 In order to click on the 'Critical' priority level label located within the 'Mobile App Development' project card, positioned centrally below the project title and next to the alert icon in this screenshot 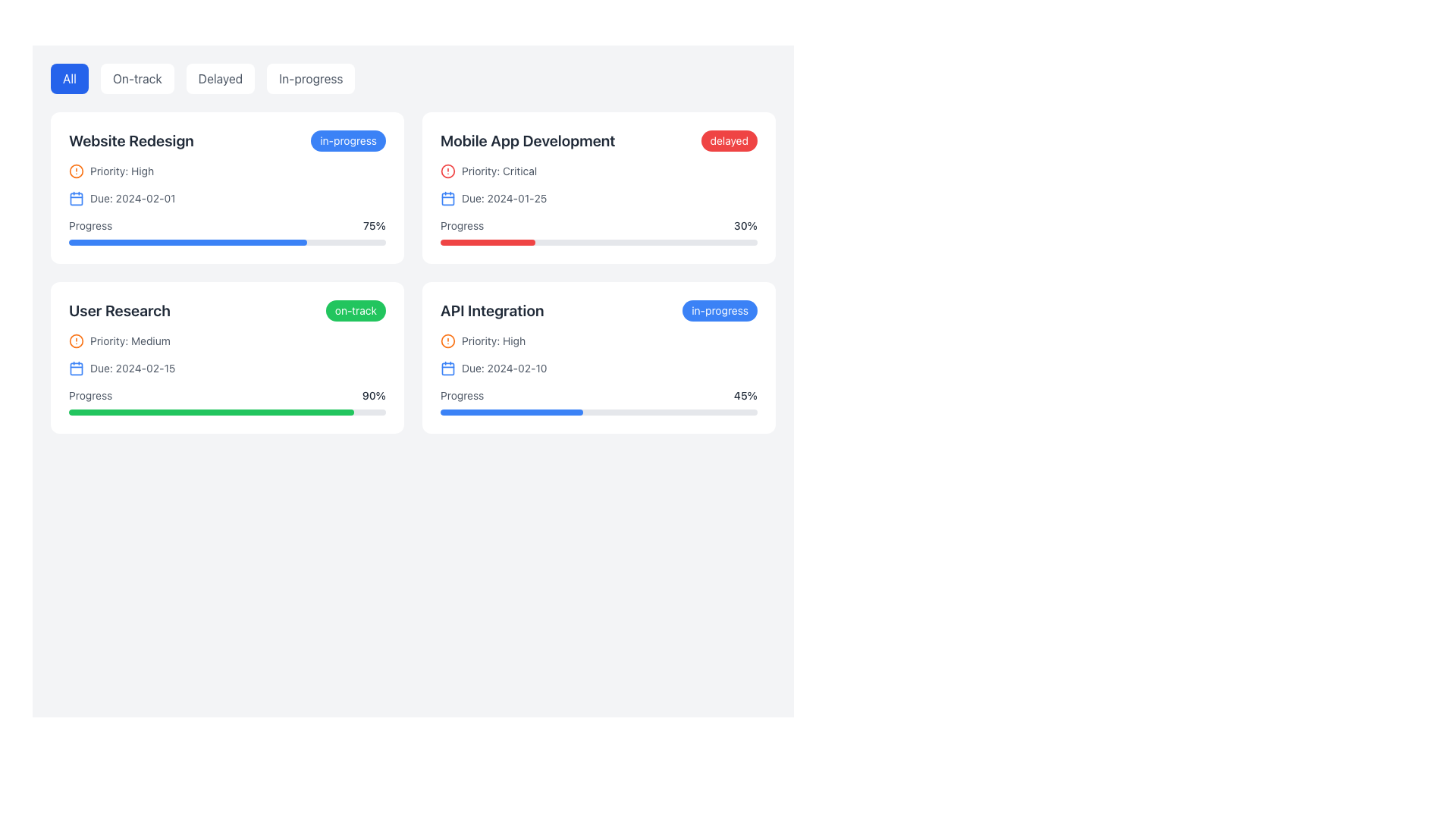, I will do `click(499, 171)`.